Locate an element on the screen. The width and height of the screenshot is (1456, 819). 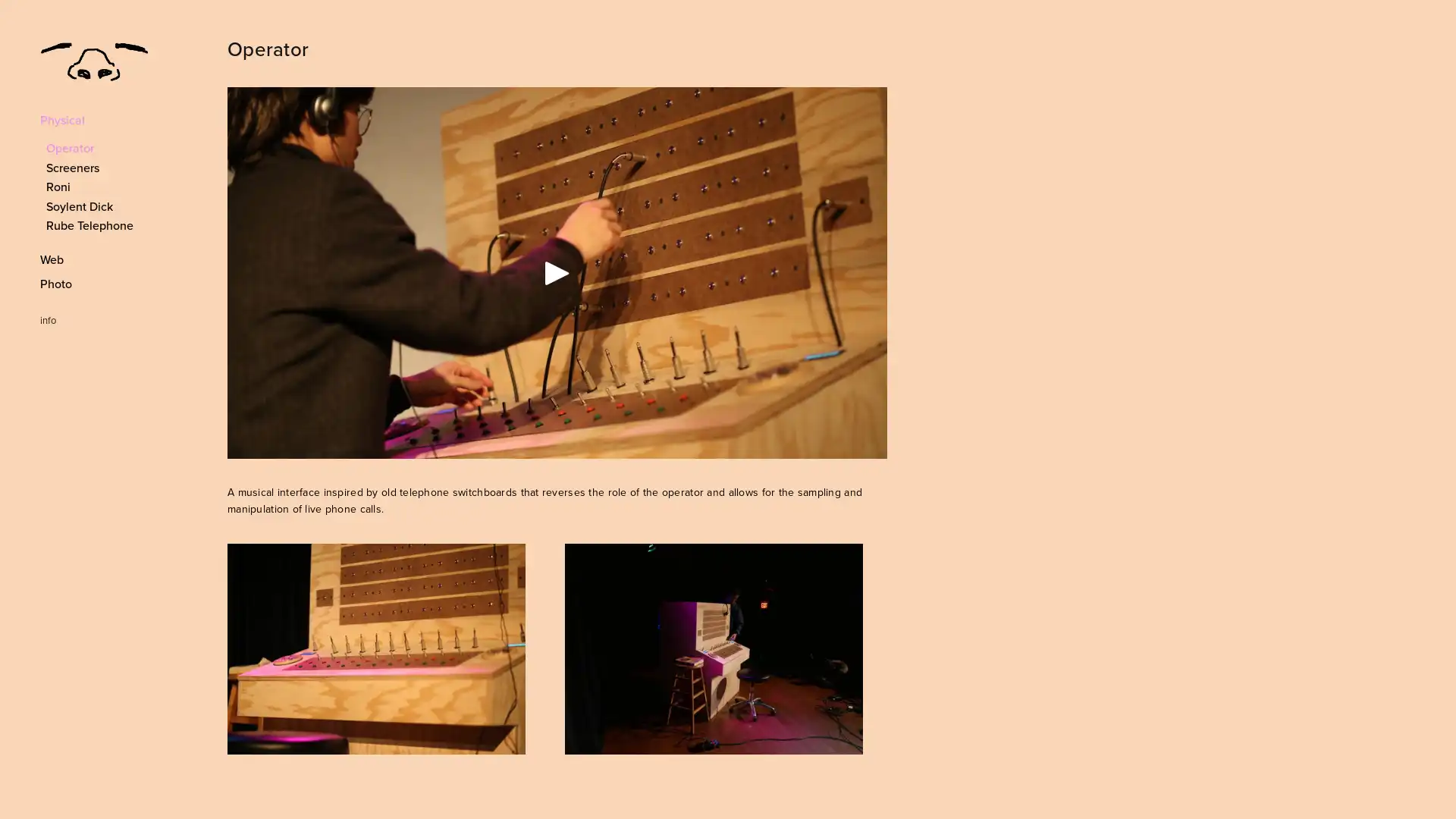
View fullsize 8V8B9813.JPG is located at coordinates (388, 664).